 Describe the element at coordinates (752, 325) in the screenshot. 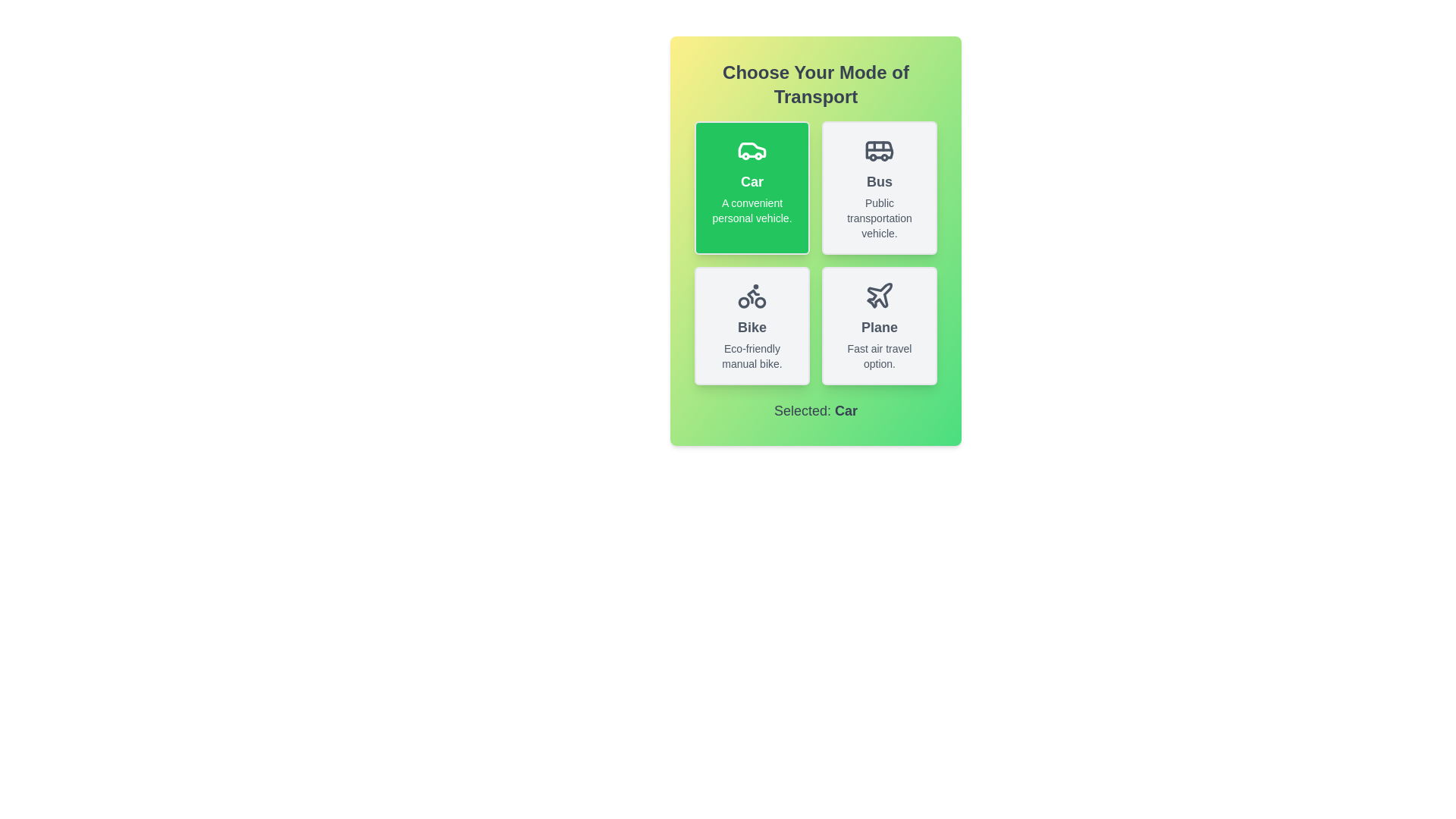

I see `the button for Bike to view its hover effect` at that location.